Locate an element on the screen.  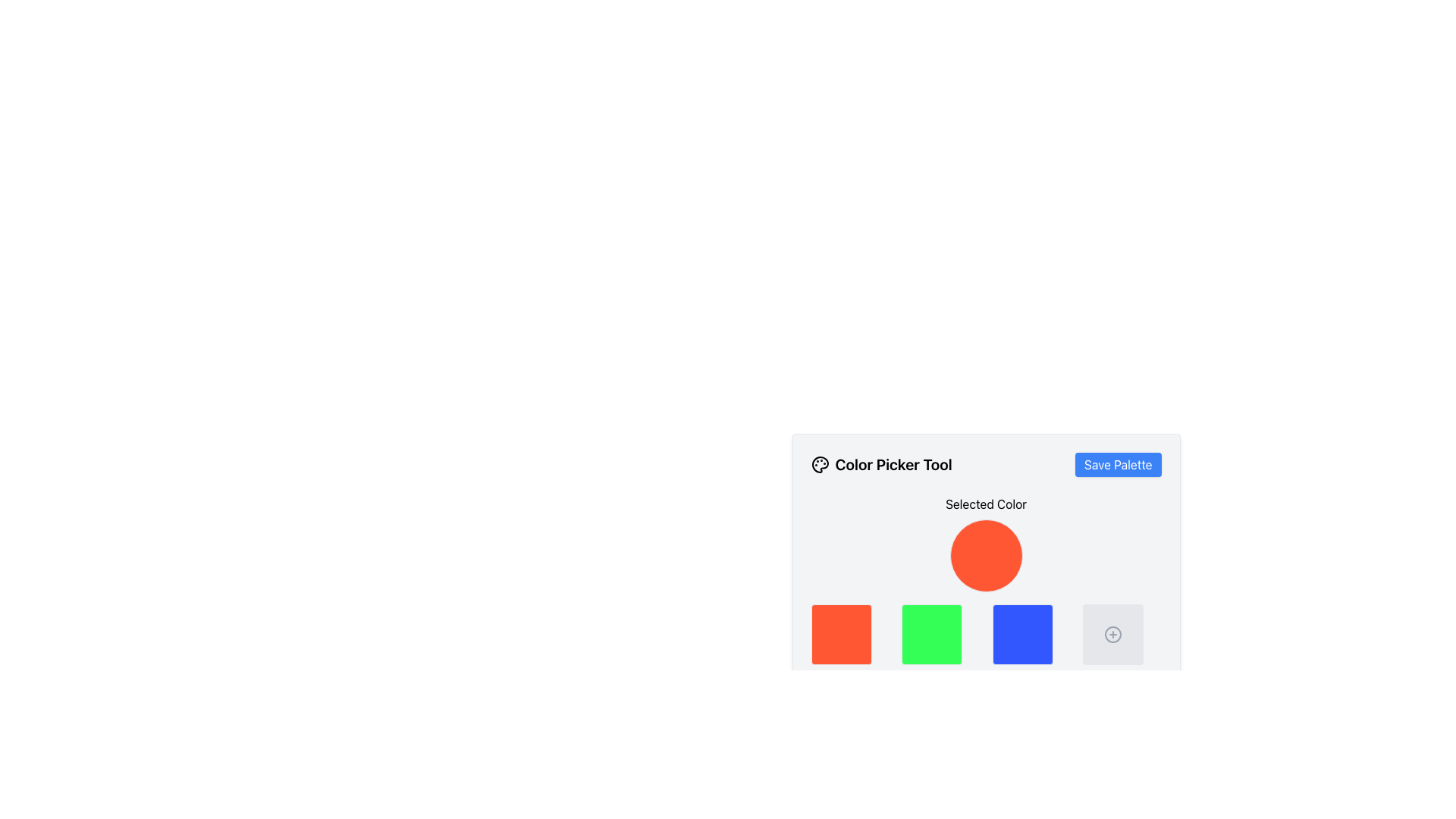
the 'Save Palette' button, which is a rectangular button with a blue background and white text, positioned in the top-right section near the 'Color Picker Tool' is located at coordinates (1118, 464).